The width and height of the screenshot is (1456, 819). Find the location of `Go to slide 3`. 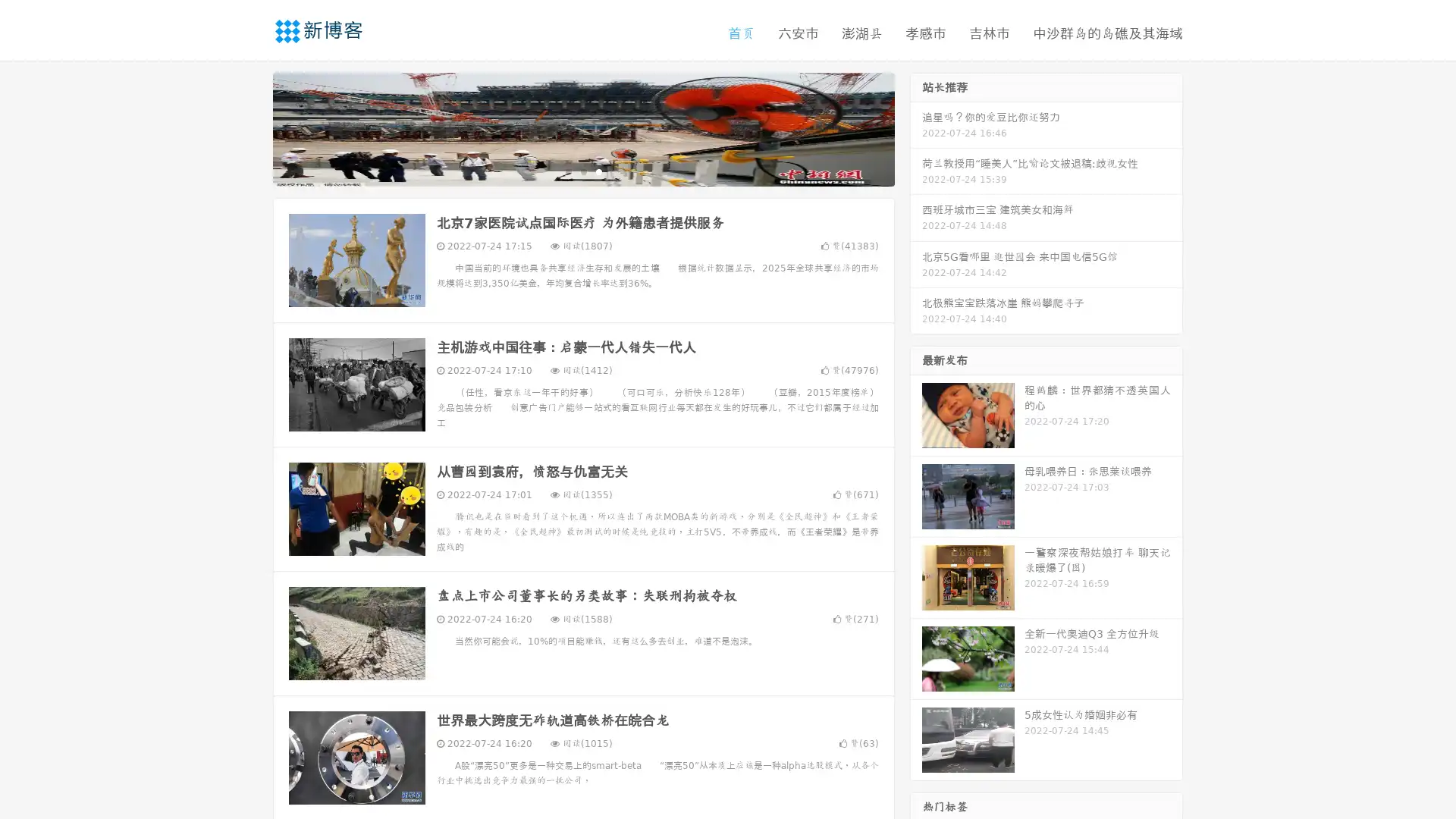

Go to slide 3 is located at coordinates (598, 171).